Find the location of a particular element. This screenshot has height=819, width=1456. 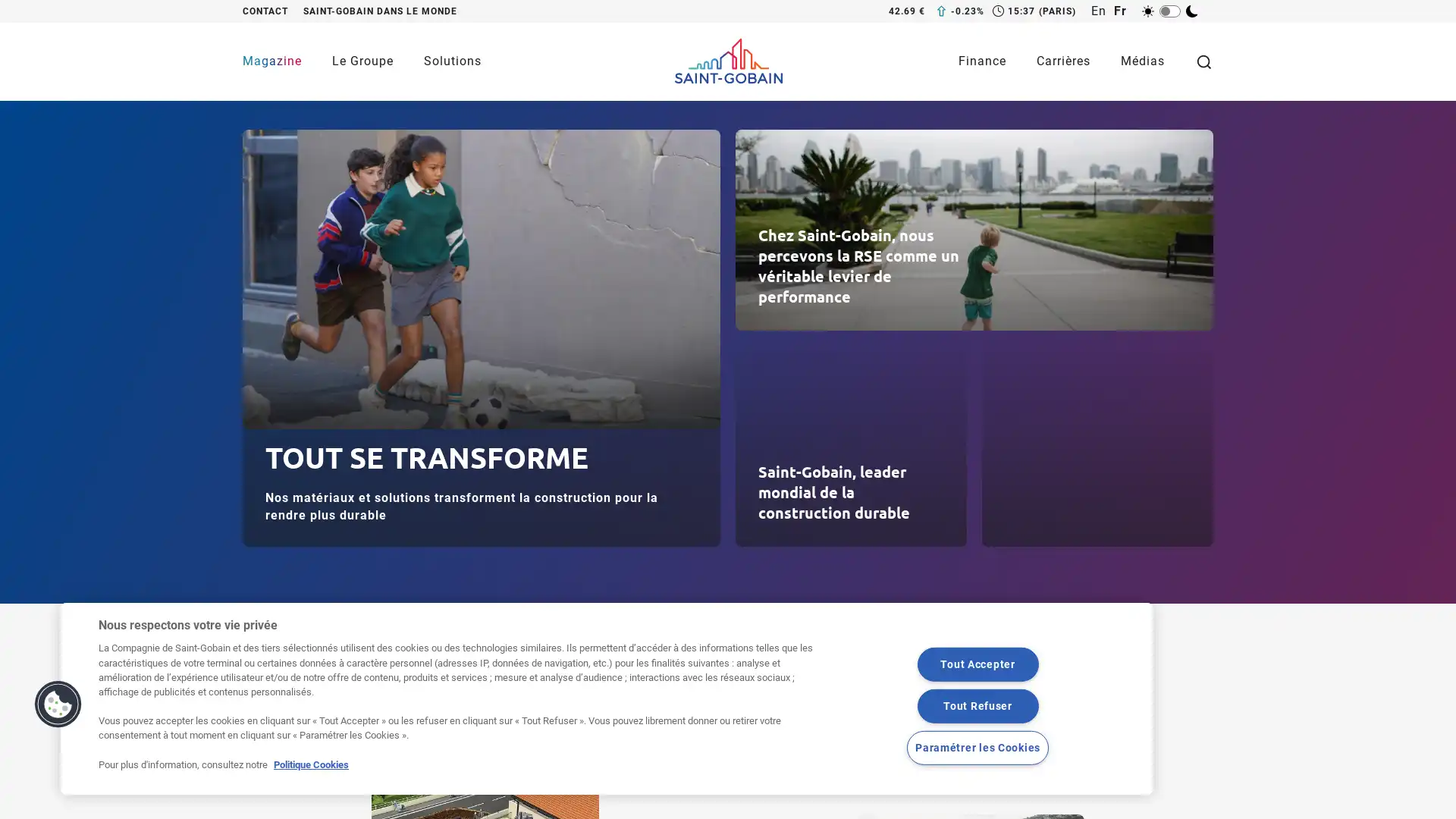

Parametrer les Cookies is located at coordinates (977, 746).